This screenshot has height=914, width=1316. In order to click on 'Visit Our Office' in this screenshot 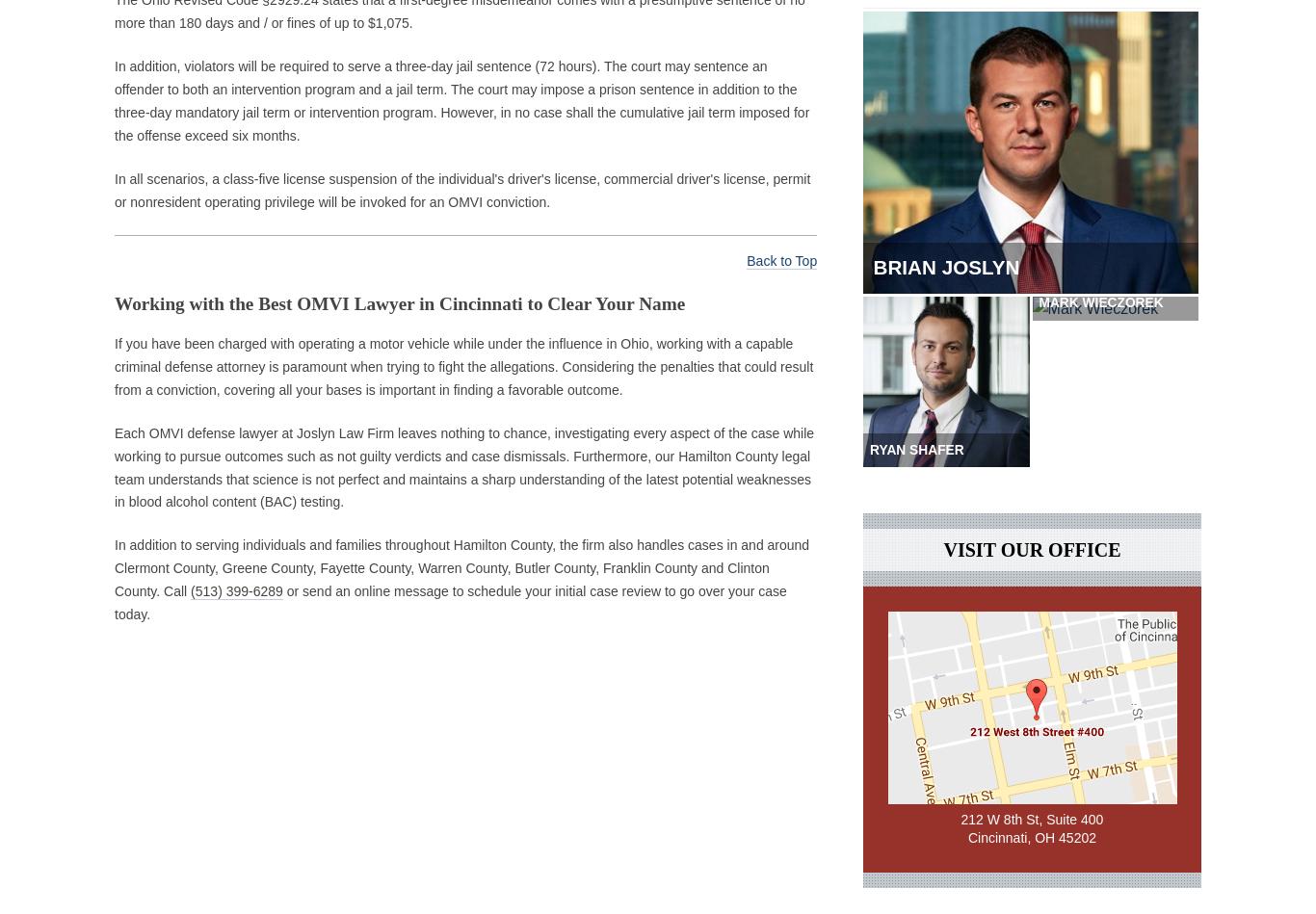, I will do `click(1030, 558)`.